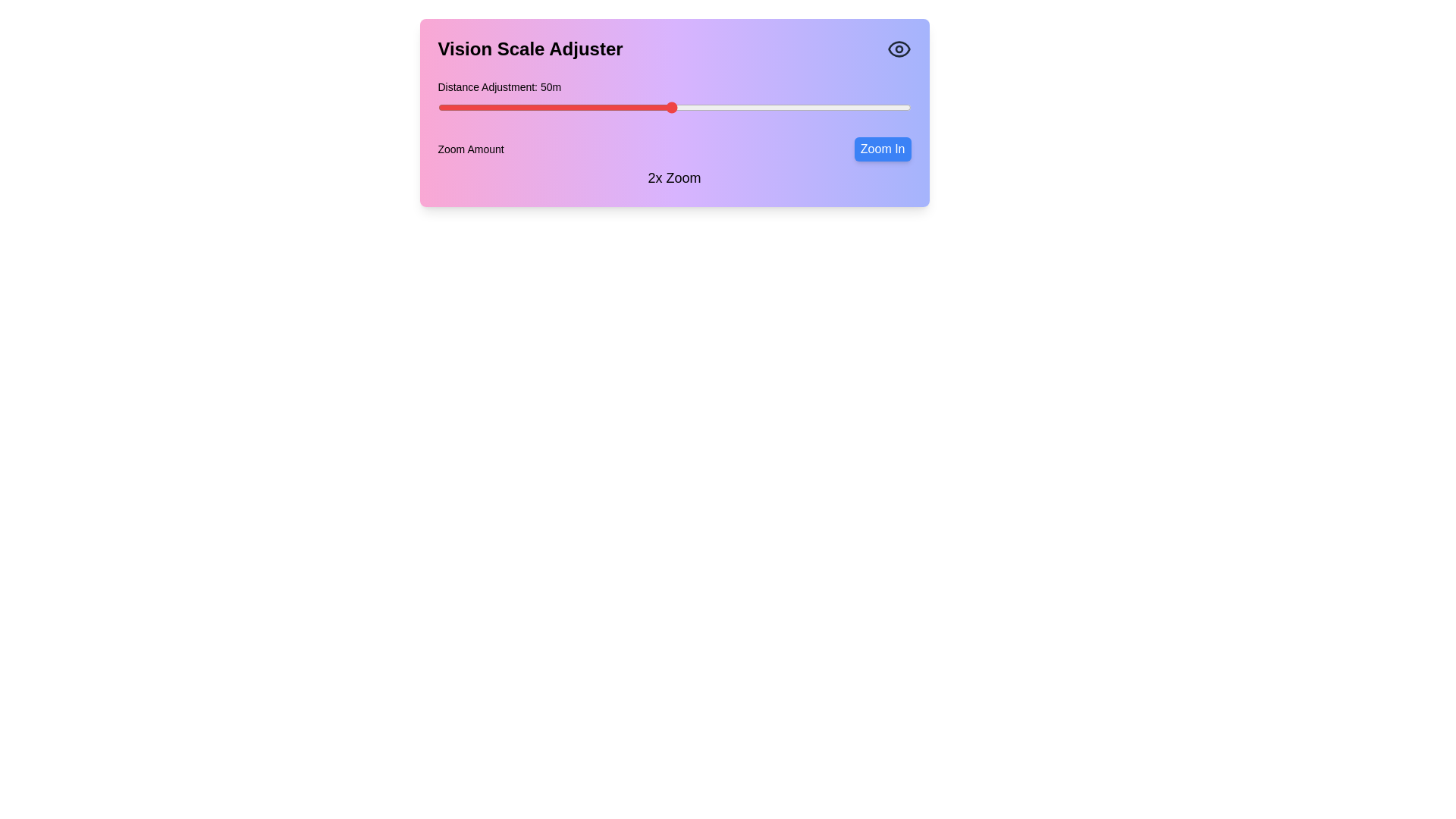  What do you see at coordinates (899, 49) in the screenshot?
I see `the eye-shaped icon with a thin outline and circular pupil in the header section of the 'Vision Scale Adjuster' interface, located at the far right side adjacent to the title text` at bounding box center [899, 49].